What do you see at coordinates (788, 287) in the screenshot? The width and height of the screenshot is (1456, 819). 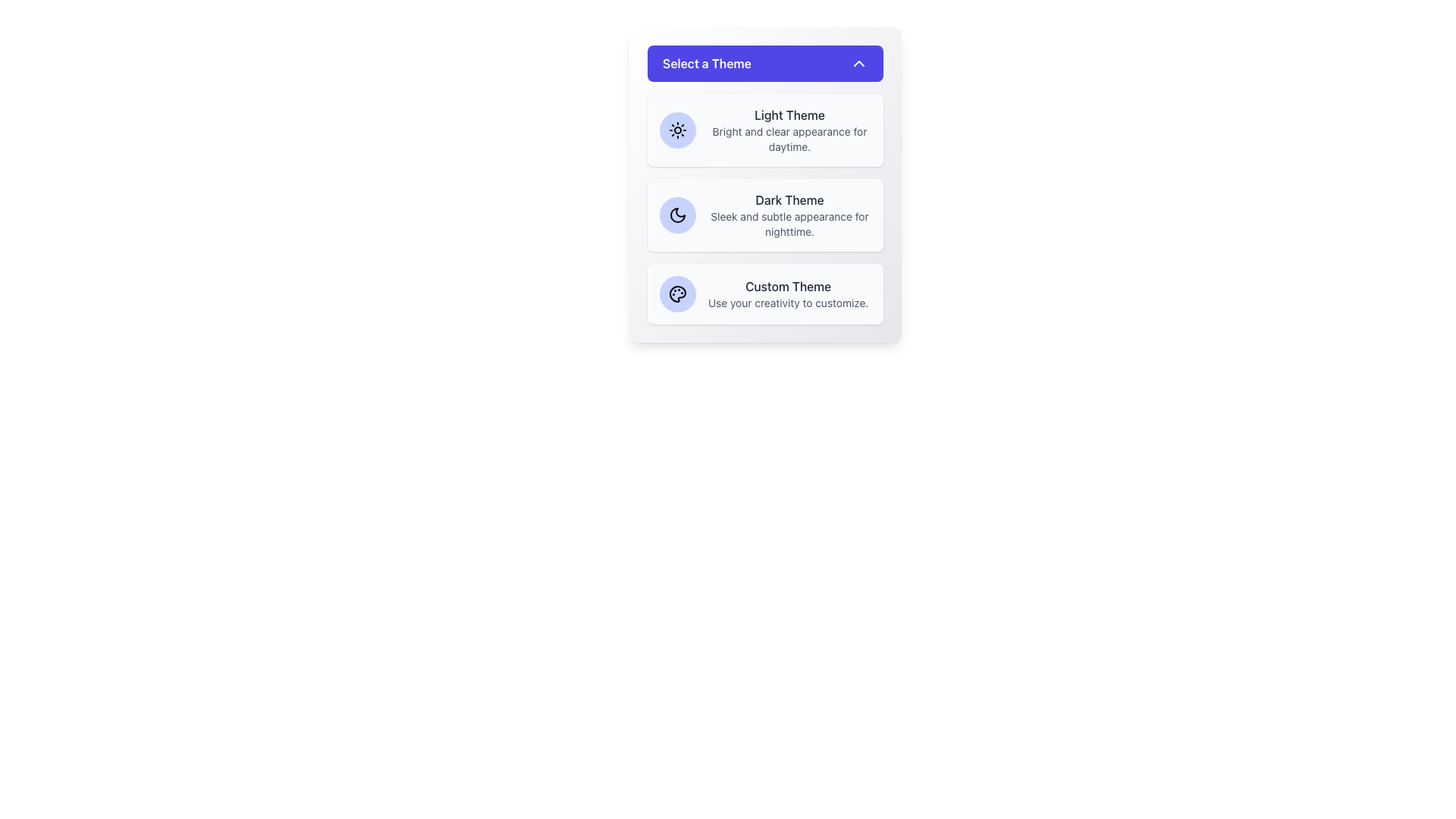 I see `the Text Label that serves as the title for the 'Custom Theme' option, located at the bottommost theme option in a vertical list` at bounding box center [788, 287].